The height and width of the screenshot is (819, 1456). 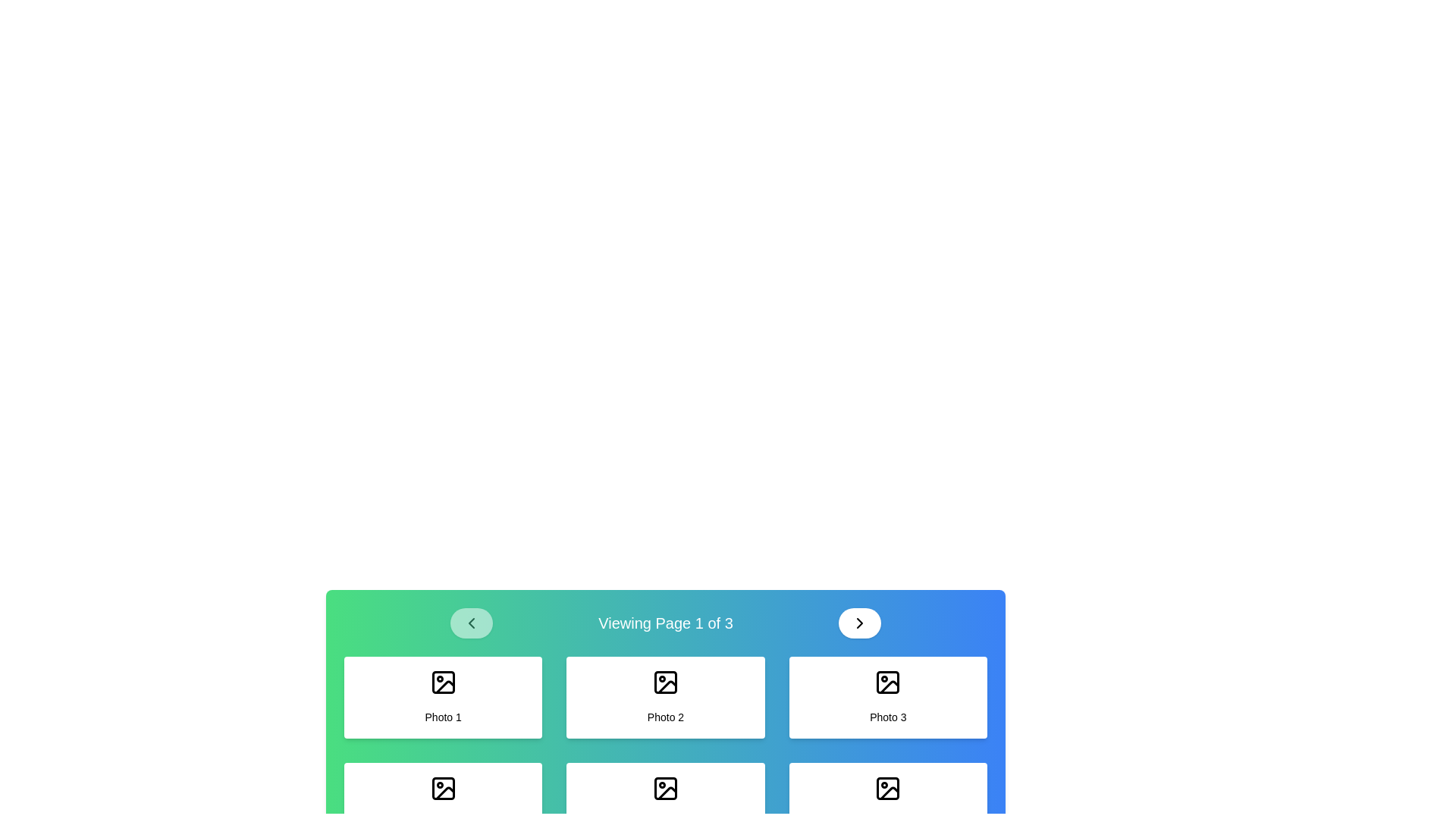 What do you see at coordinates (442, 681) in the screenshot?
I see `the decorative rectangular component within the photo icon located at the top-left corner of the icon, which is positioned above the text labeled 'Photo 1'` at bounding box center [442, 681].